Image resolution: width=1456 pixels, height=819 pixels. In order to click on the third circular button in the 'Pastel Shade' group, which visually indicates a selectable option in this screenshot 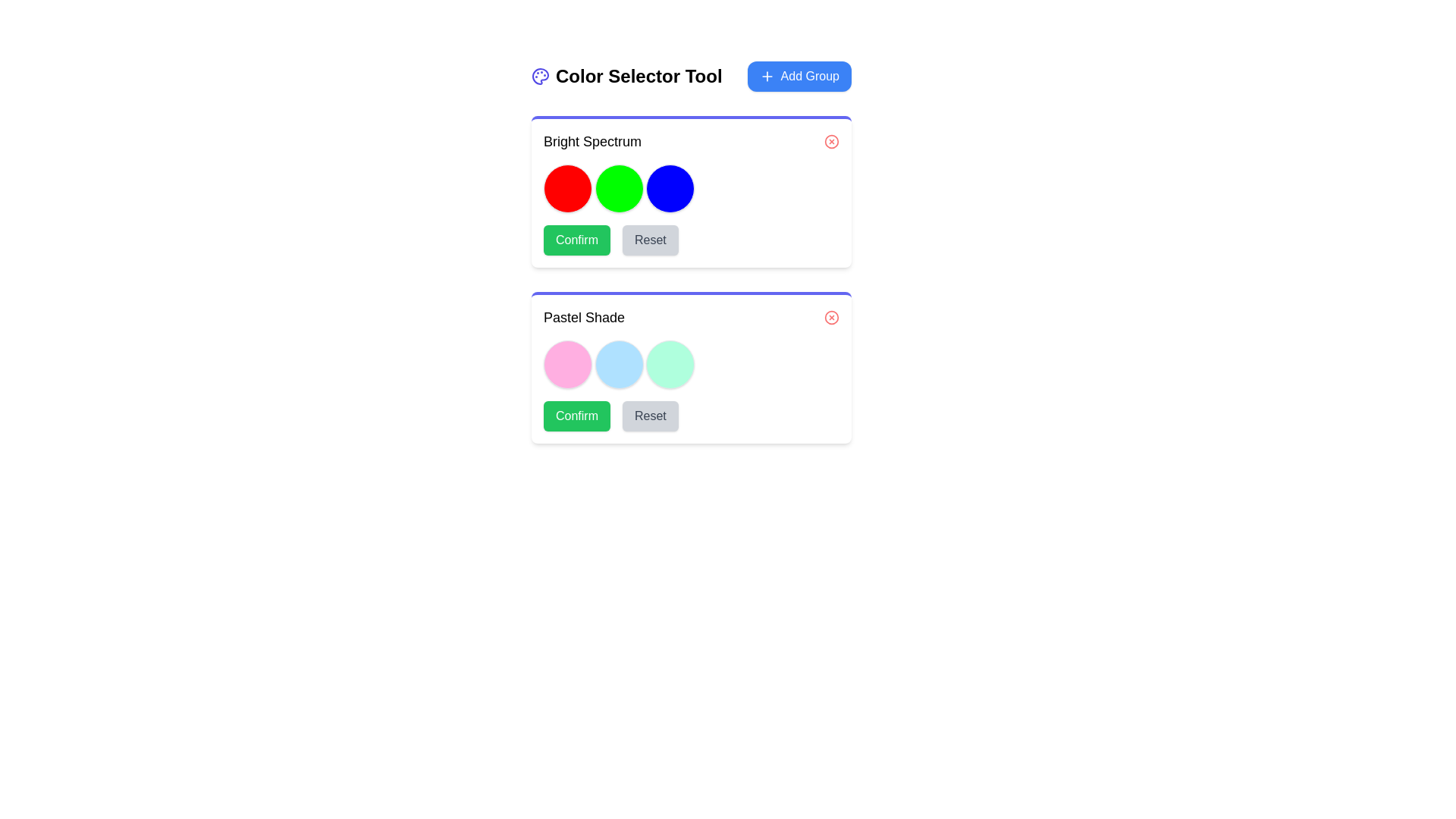, I will do `click(670, 365)`.